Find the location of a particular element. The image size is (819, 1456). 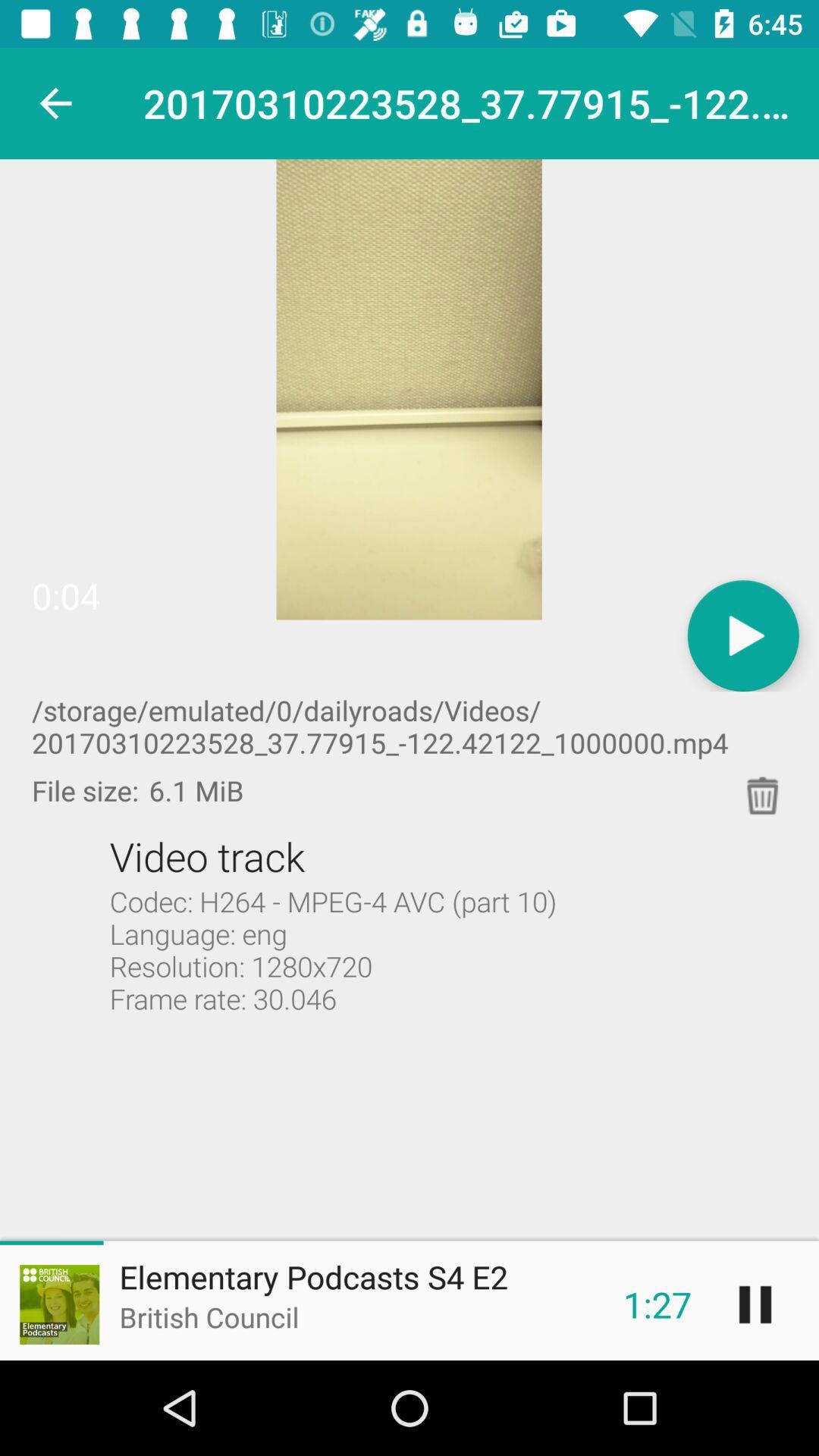

the delete icon is located at coordinates (763, 795).